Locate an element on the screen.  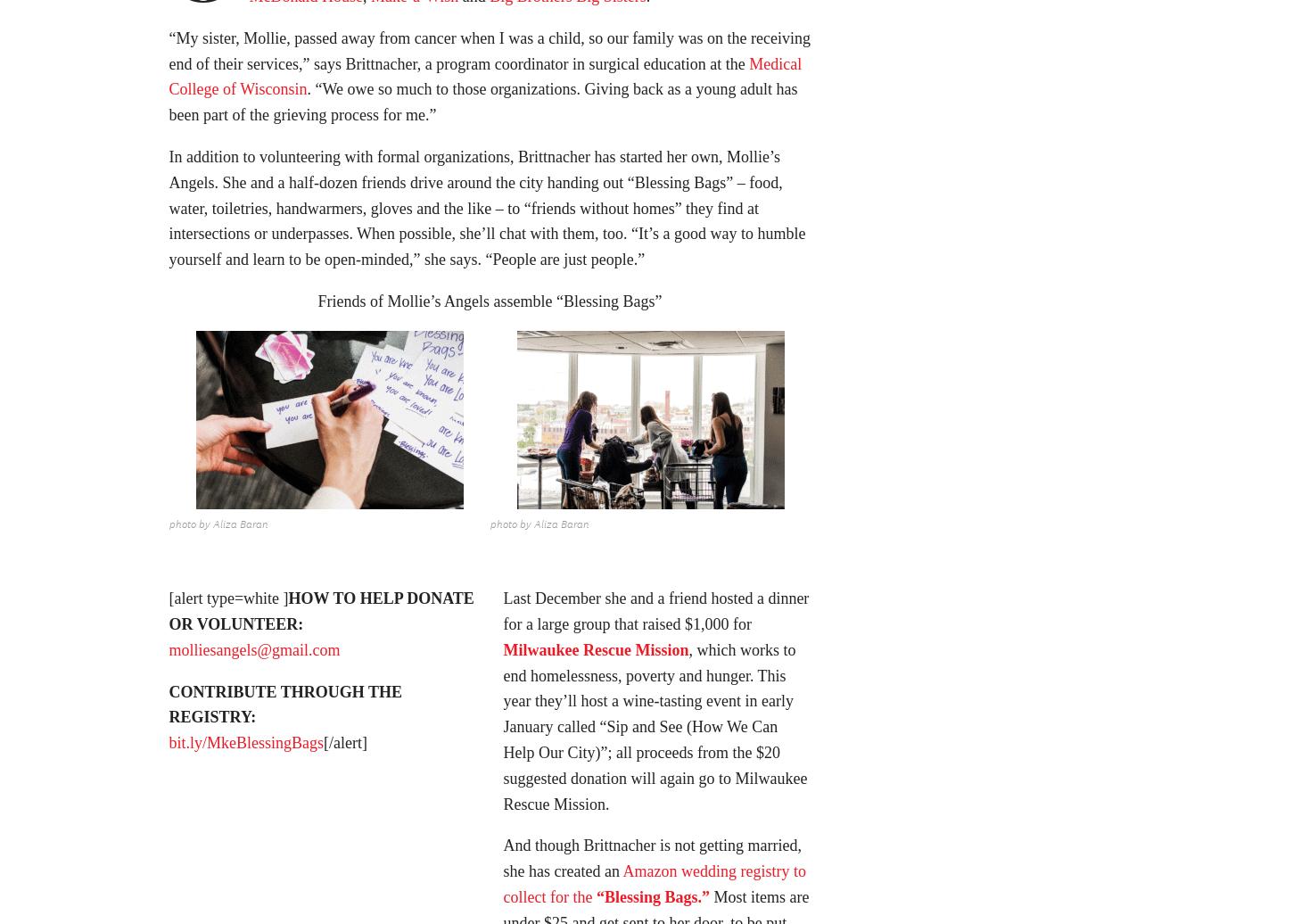
'molliesangels@gmail.com' is located at coordinates (254, 656).